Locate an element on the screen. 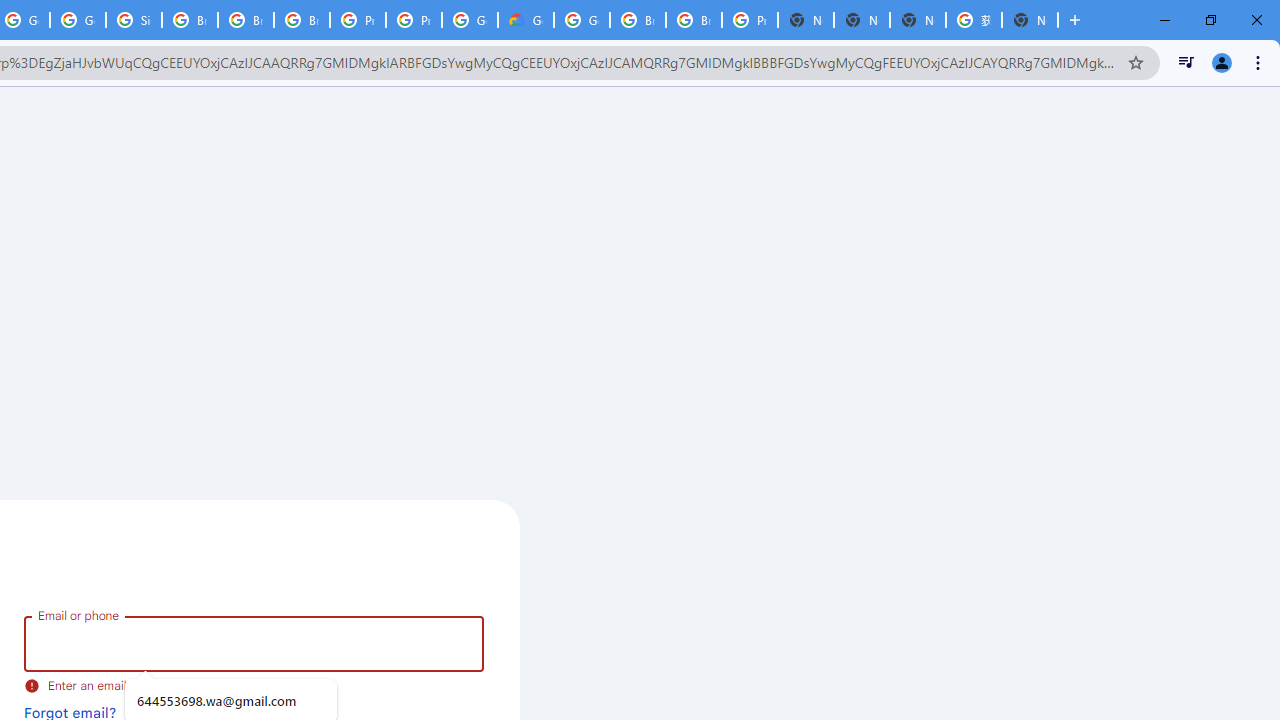 The image size is (1280, 720). 'Browse Chrome as a guest - Computer - Google Chrome Help' is located at coordinates (190, 20).